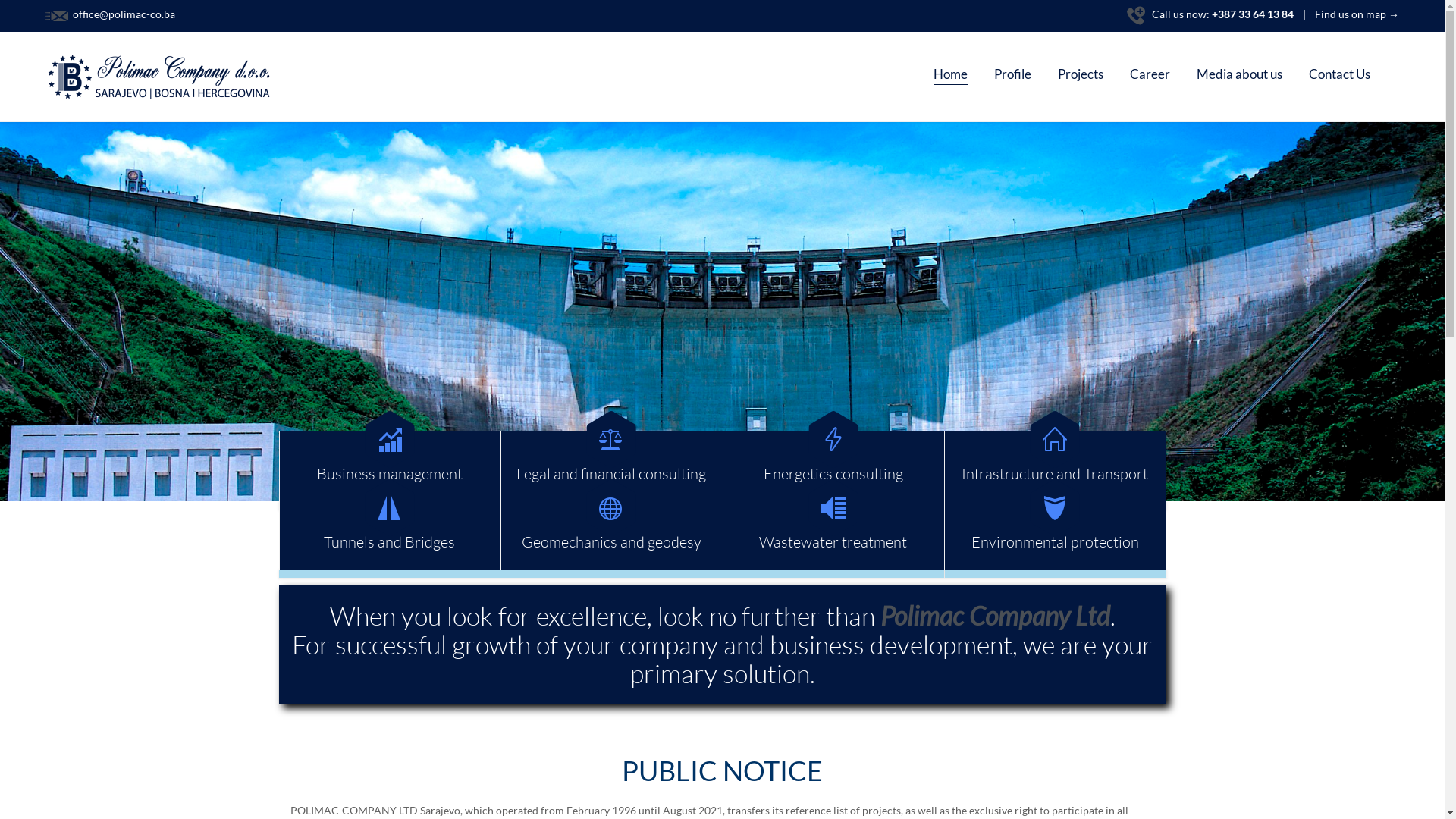 The image size is (1456, 819). What do you see at coordinates (1339, 76) in the screenshot?
I see `'Contact Us'` at bounding box center [1339, 76].